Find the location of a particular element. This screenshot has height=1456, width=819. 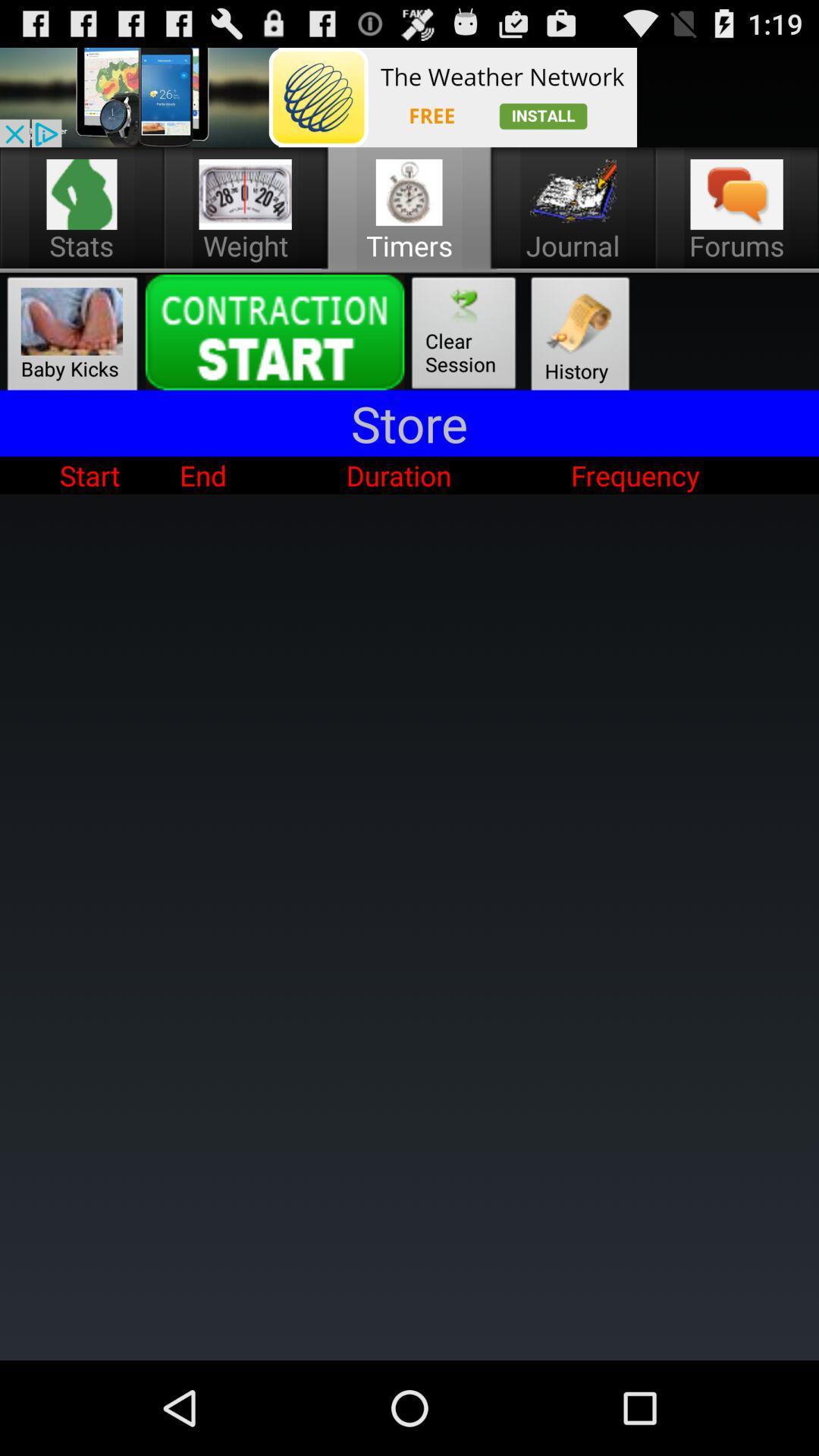

contraction feature is located at coordinates (275, 331).